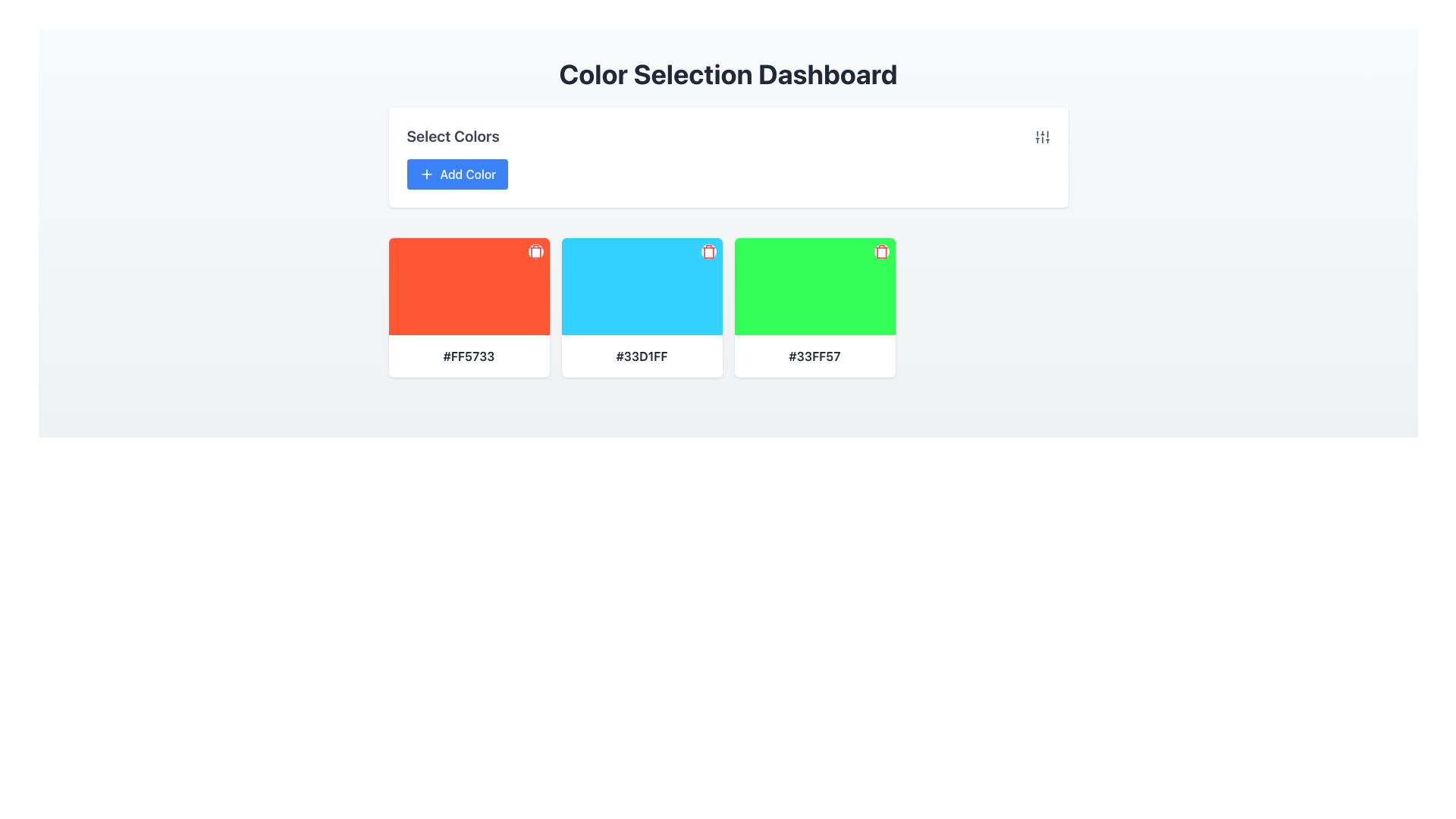  I want to click on the static text label displaying the color code '#33FF57', which is located at the bottom of the rightmost green card in the grid, so click(814, 356).